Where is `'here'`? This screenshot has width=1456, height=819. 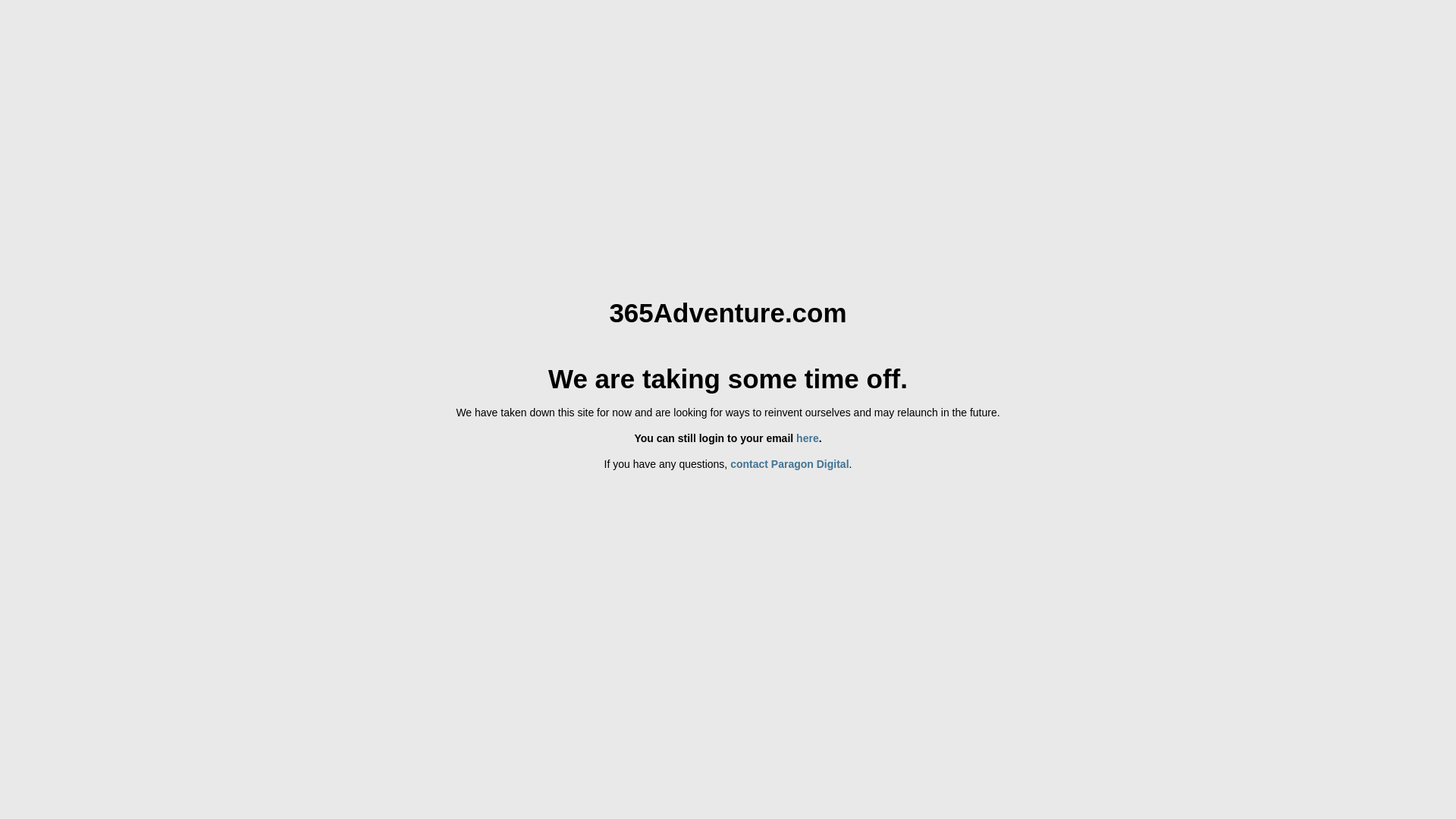
'here' is located at coordinates (807, 438).